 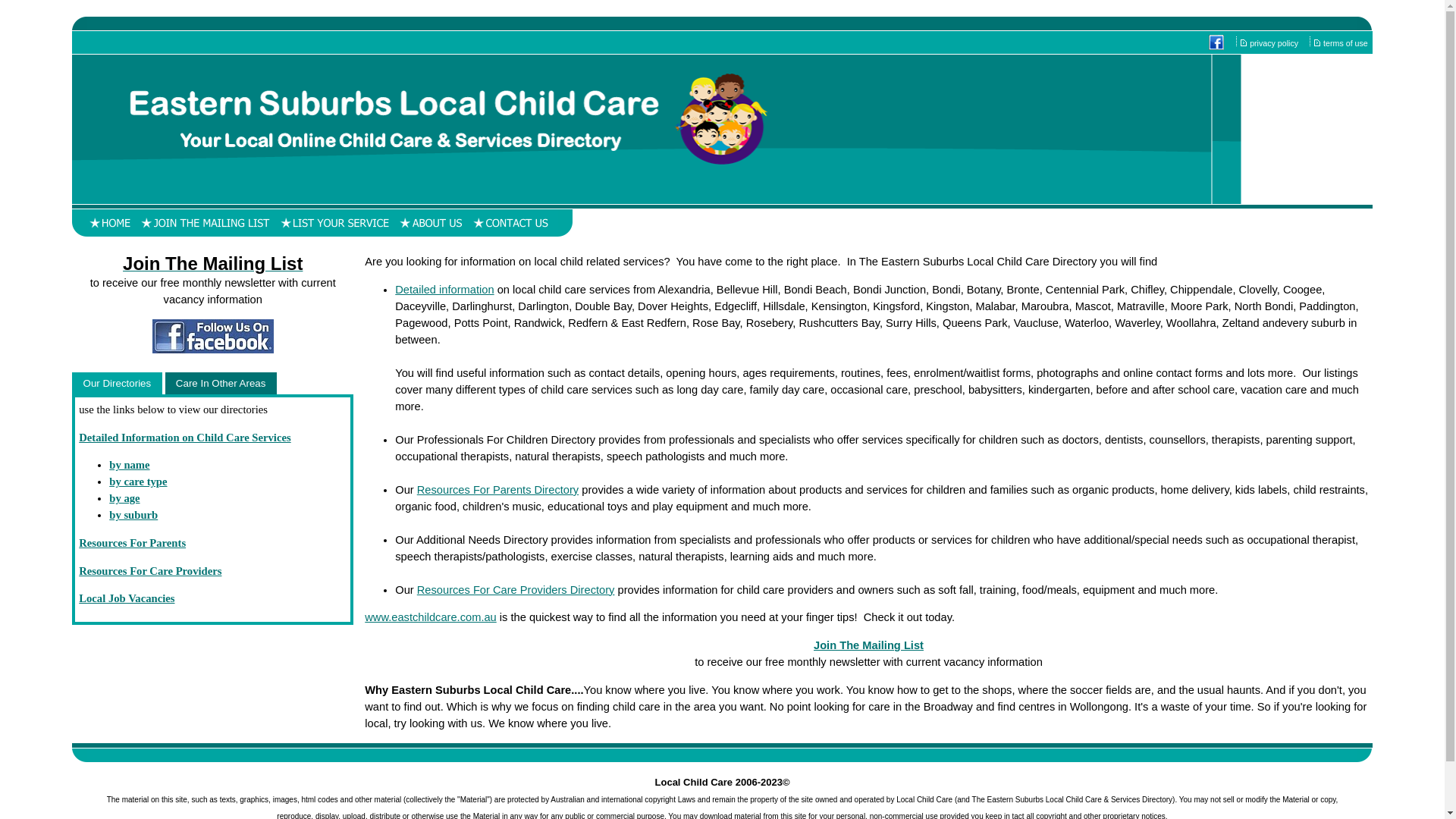 What do you see at coordinates (1274, 42) in the screenshot?
I see `'privacy policy'` at bounding box center [1274, 42].